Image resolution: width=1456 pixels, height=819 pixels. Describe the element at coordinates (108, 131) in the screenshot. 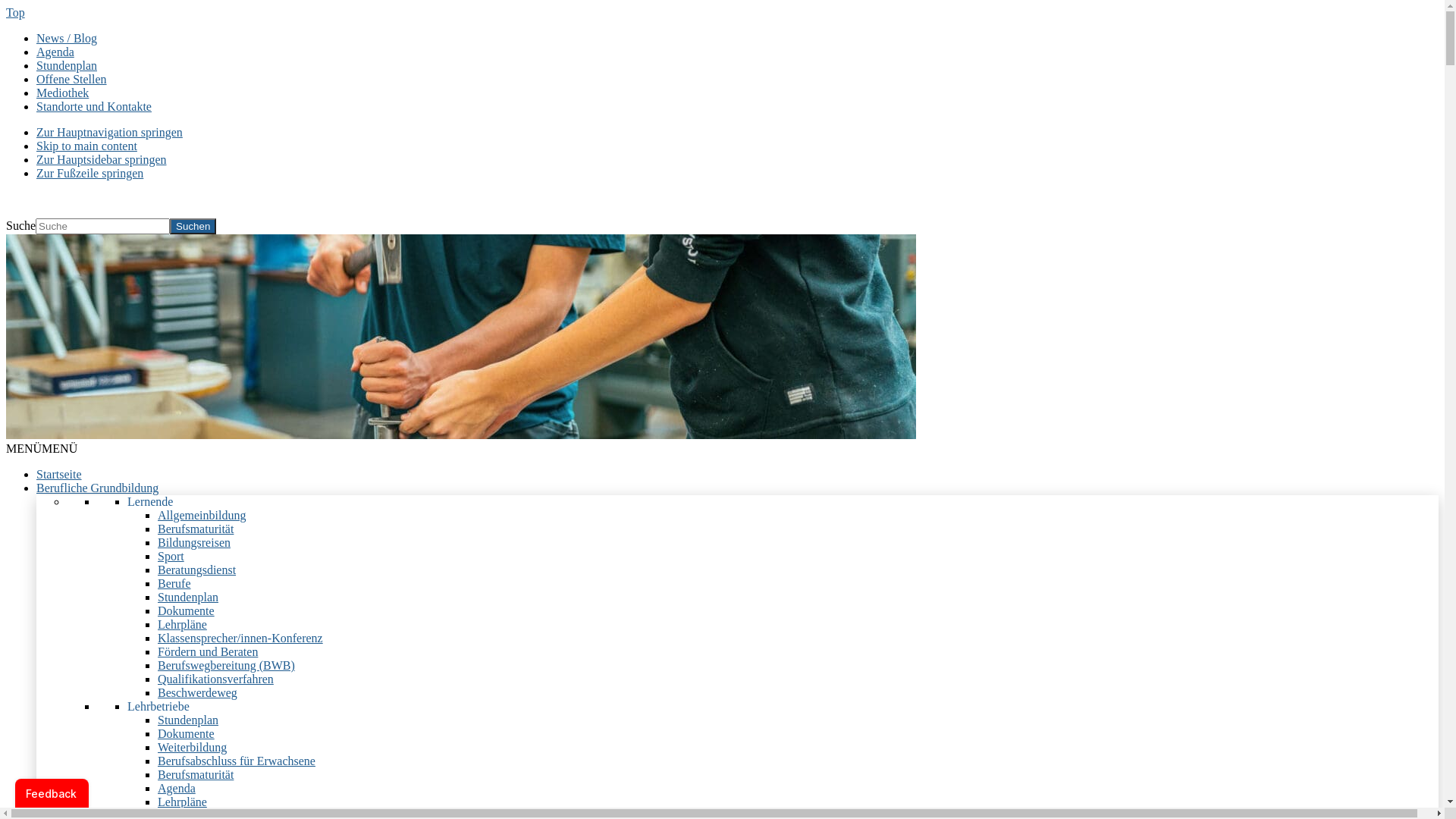

I see `'Zur Hauptnavigation springen'` at that location.